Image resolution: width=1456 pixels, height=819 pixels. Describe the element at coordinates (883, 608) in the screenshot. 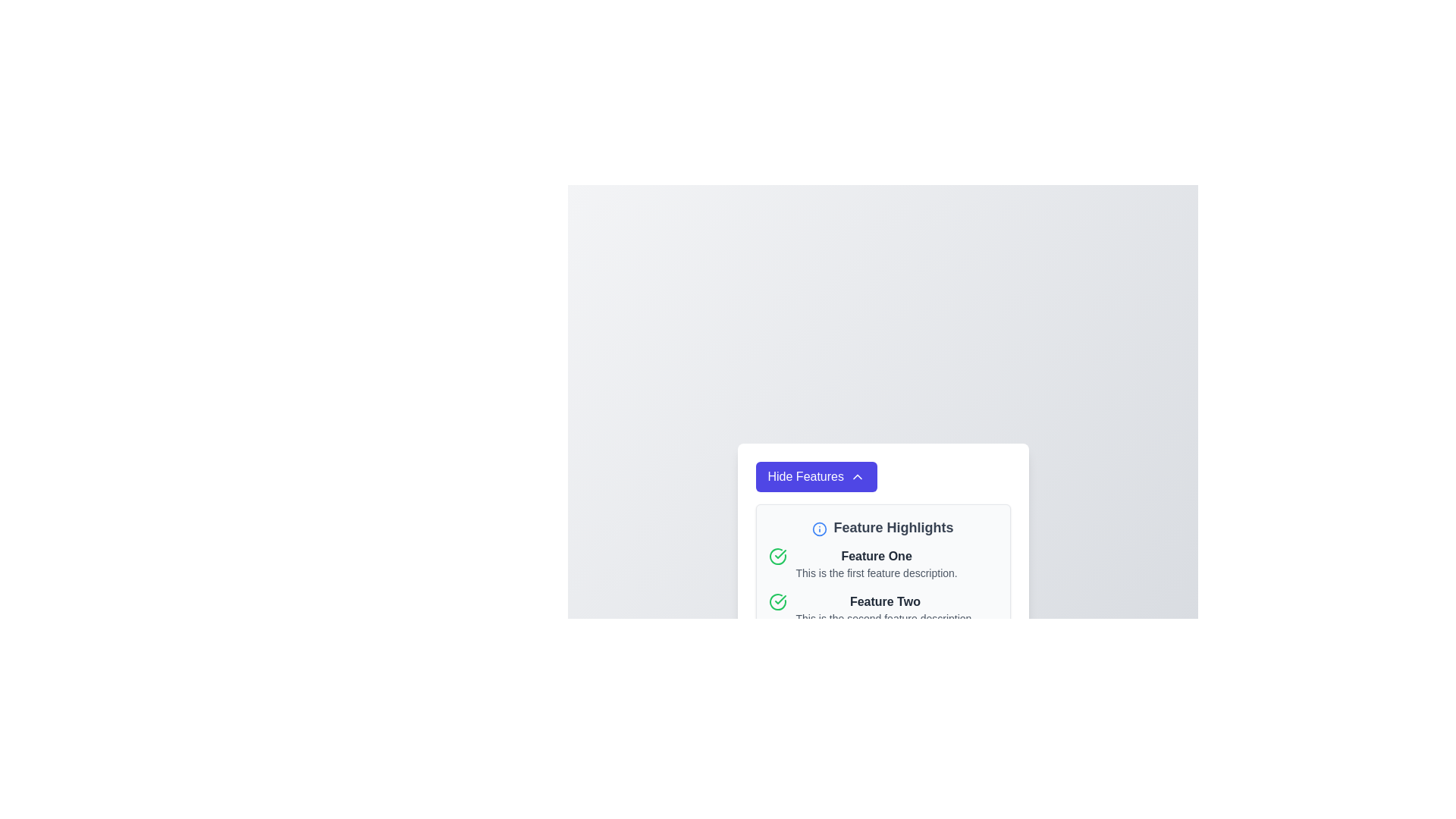

I see `the 'Feature Two' list item element` at that location.